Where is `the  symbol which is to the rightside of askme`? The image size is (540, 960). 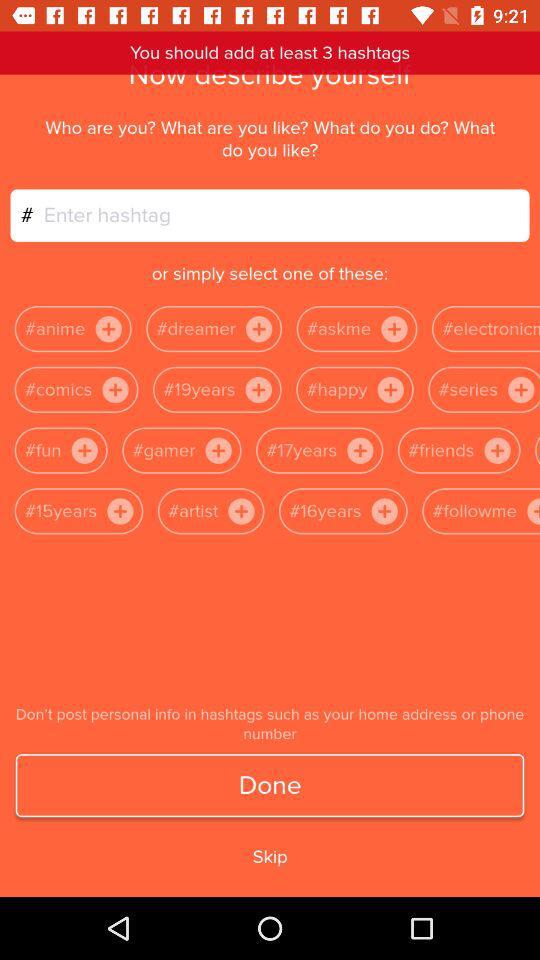
the  symbol which is to the rightside of askme is located at coordinates (393, 328).